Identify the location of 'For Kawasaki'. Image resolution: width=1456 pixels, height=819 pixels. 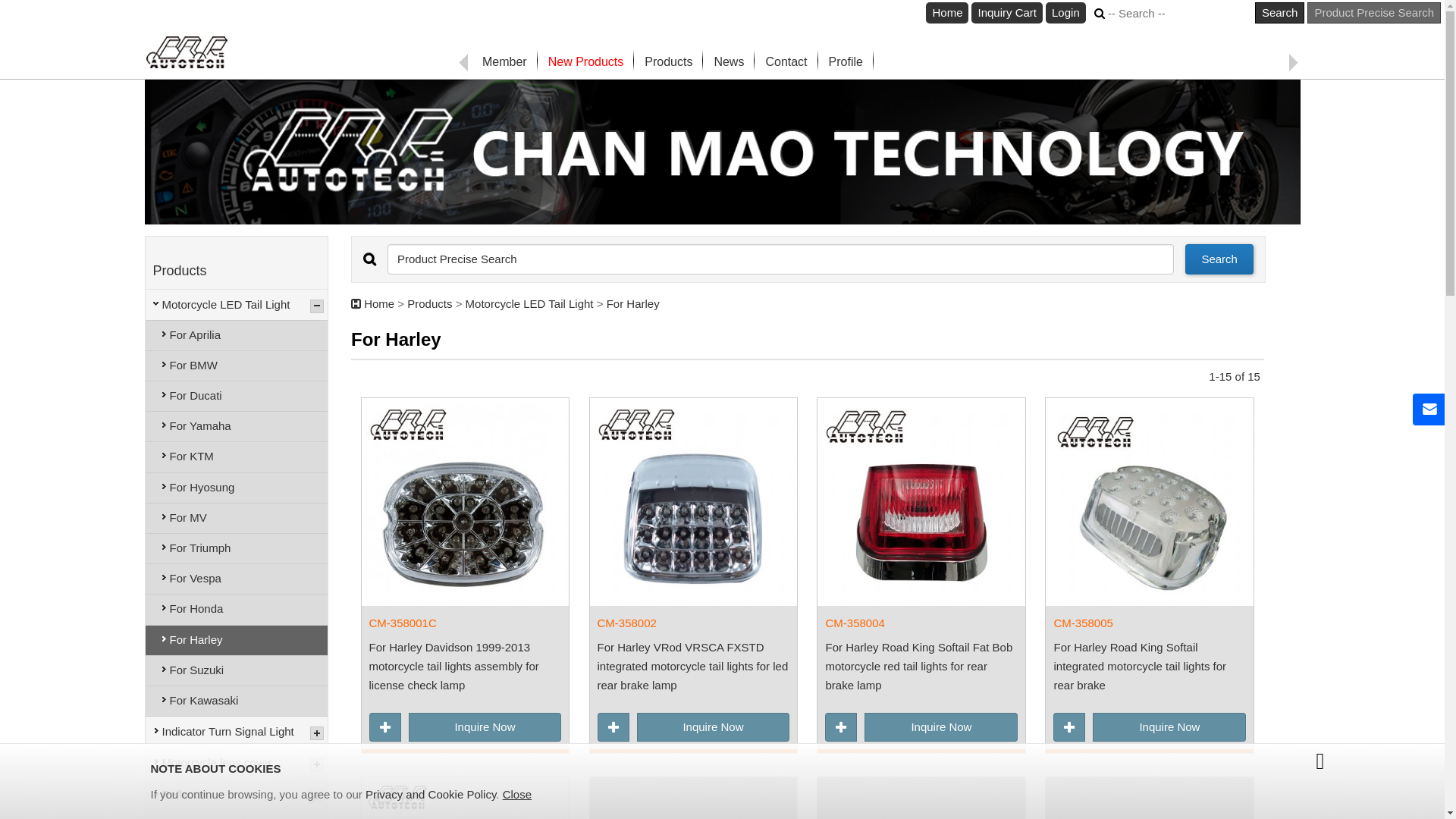
(236, 701).